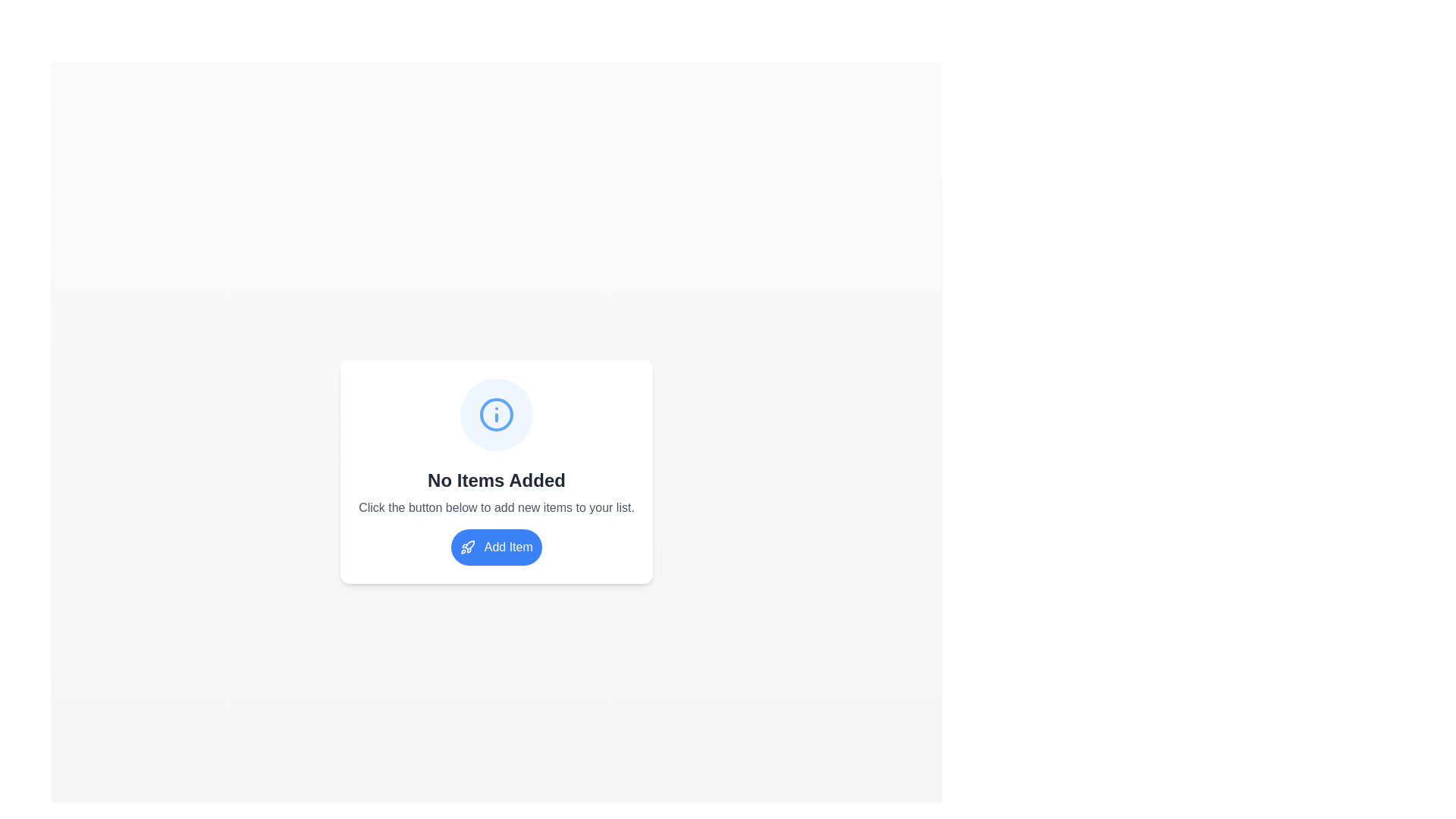 This screenshot has width=1456, height=819. Describe the element at coordinates (469, 544) in the screenshot. I see `the blue and white rocket trajectory icon within the 'Add Item' button, located below the text 'No Items Added'` at that location.